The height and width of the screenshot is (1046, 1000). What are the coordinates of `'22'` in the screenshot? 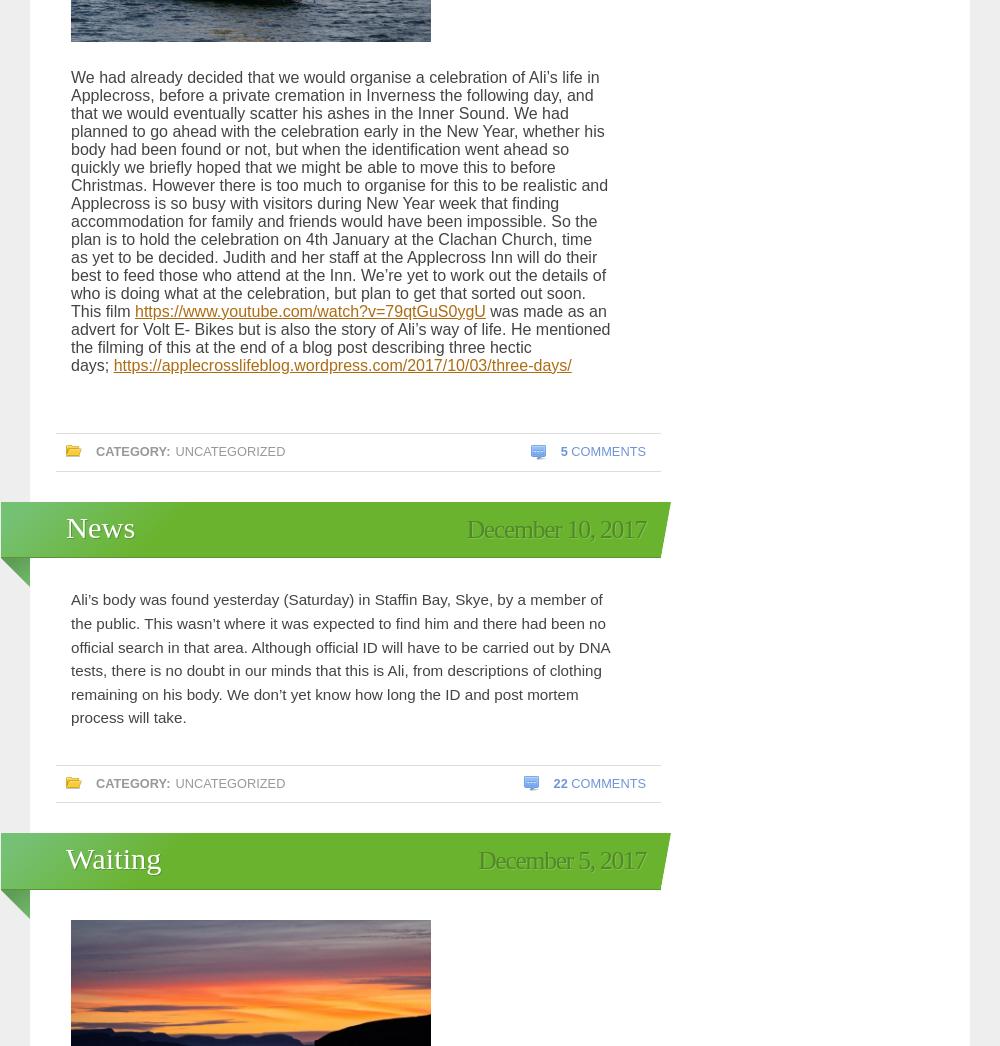 It's located at (560, 781).